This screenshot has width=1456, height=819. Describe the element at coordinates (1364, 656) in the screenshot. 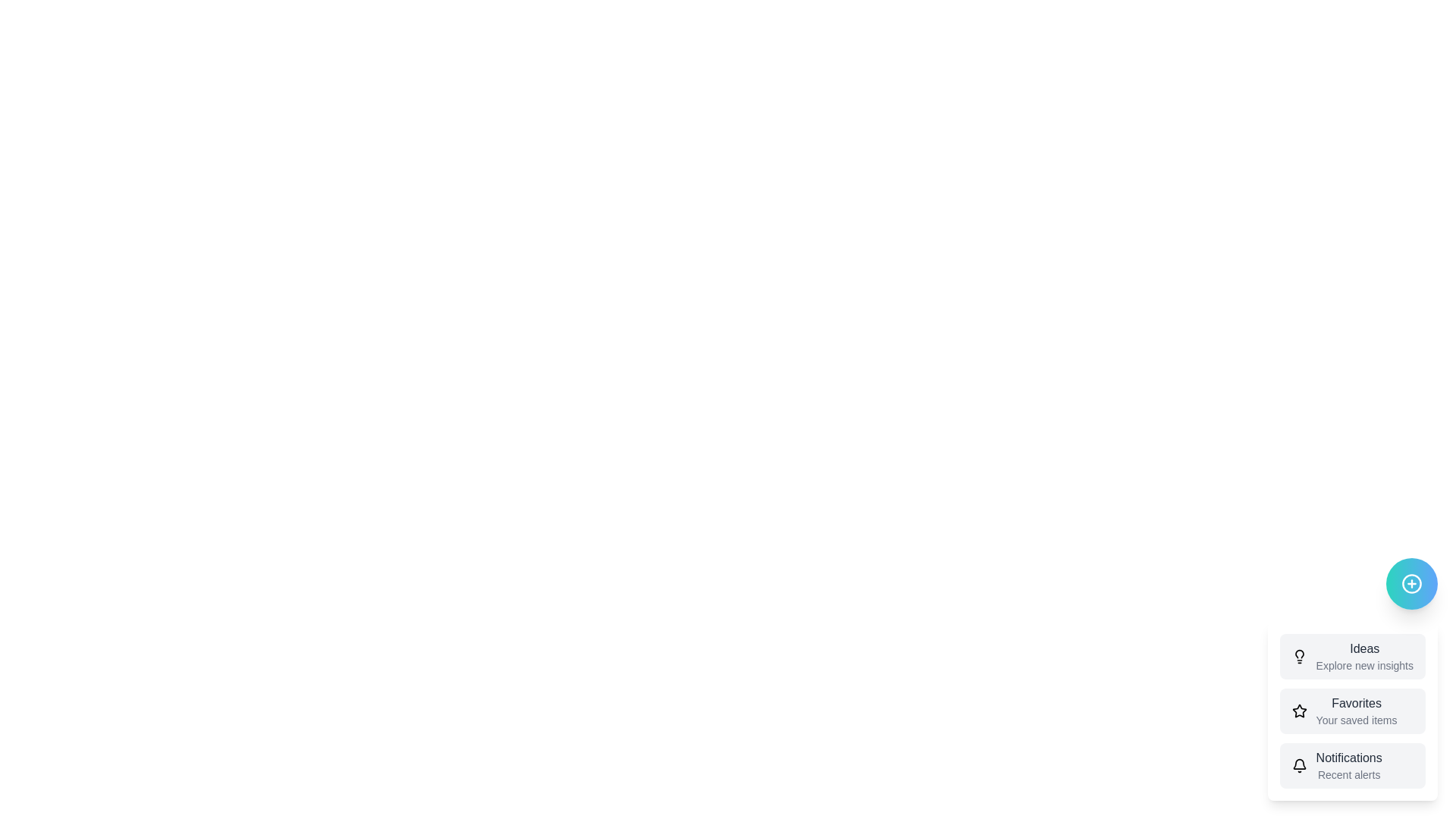

I see `text label that contains 'Ideas' and 'Explore new insights', located above the 'Favorites' element in the upper portion of the vertical list` at that location.